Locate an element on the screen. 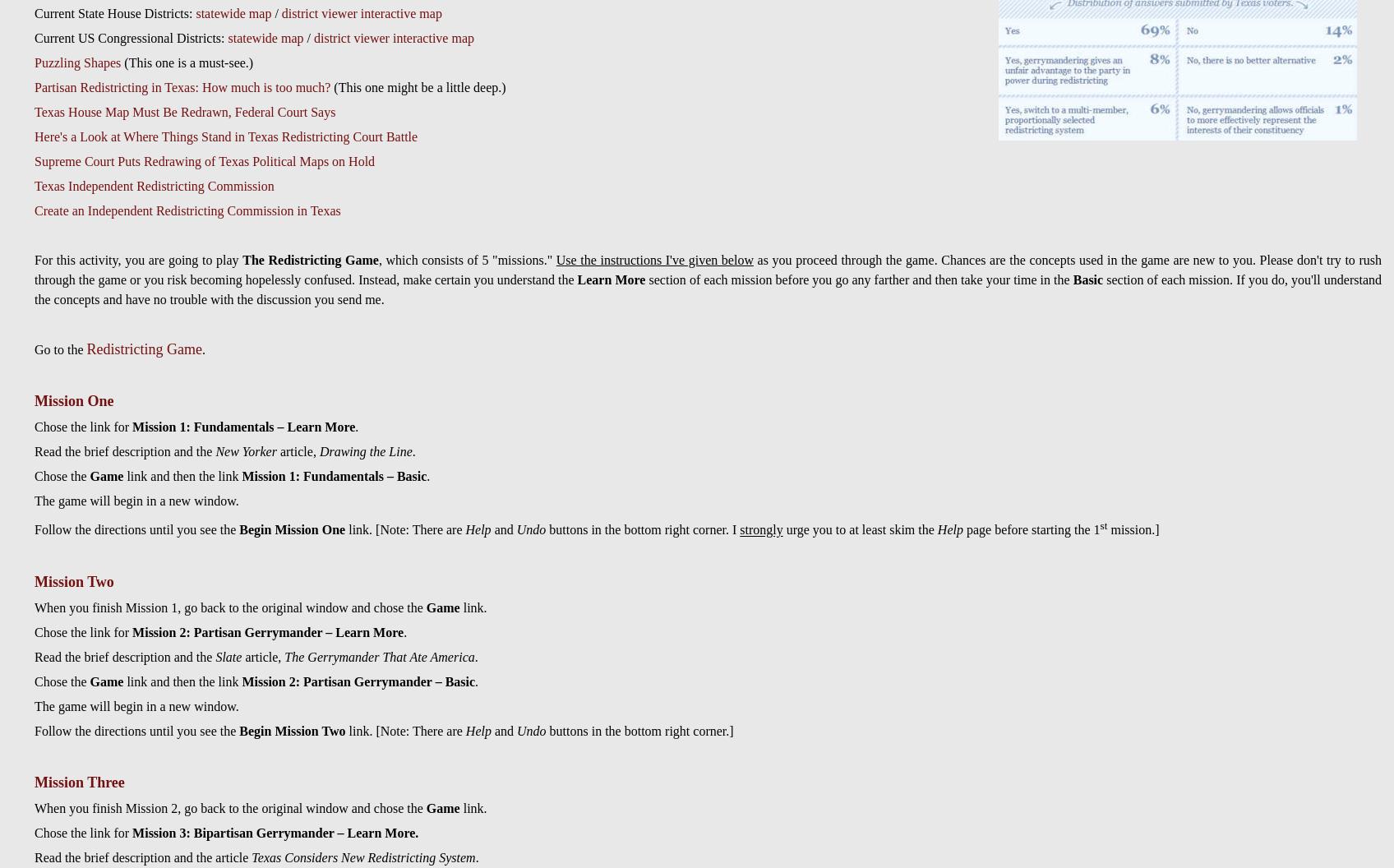 This screenshot has height=868, width=1394. '(This one is a must-see.)' is located at coordinates (121, 62).